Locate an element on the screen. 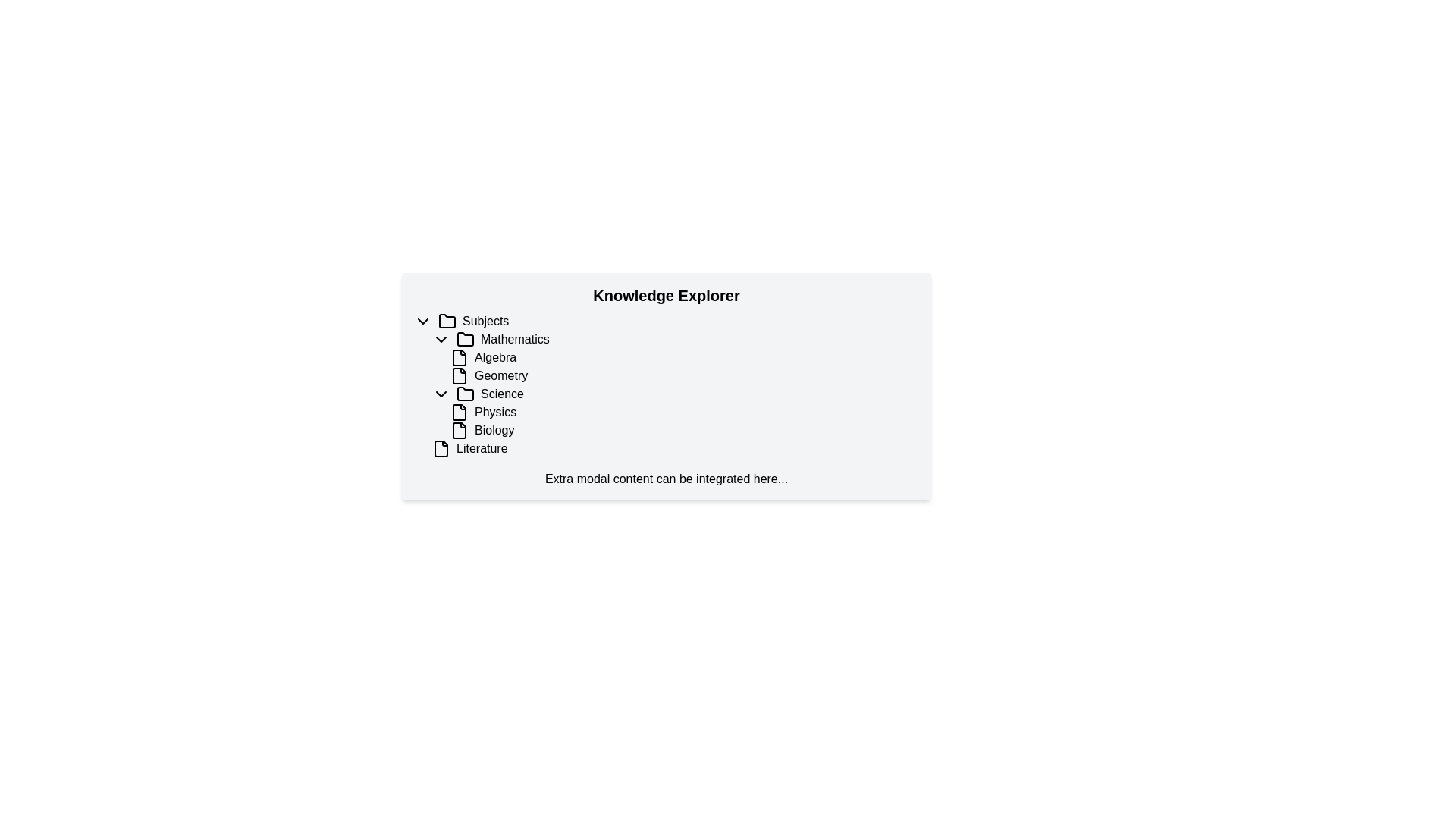 This screenshot has height=819, width=1456. the document icon representing a file within the 'Literature' entry in the 'Knowledge Explorer' panel is located at coordinates (440, 447).